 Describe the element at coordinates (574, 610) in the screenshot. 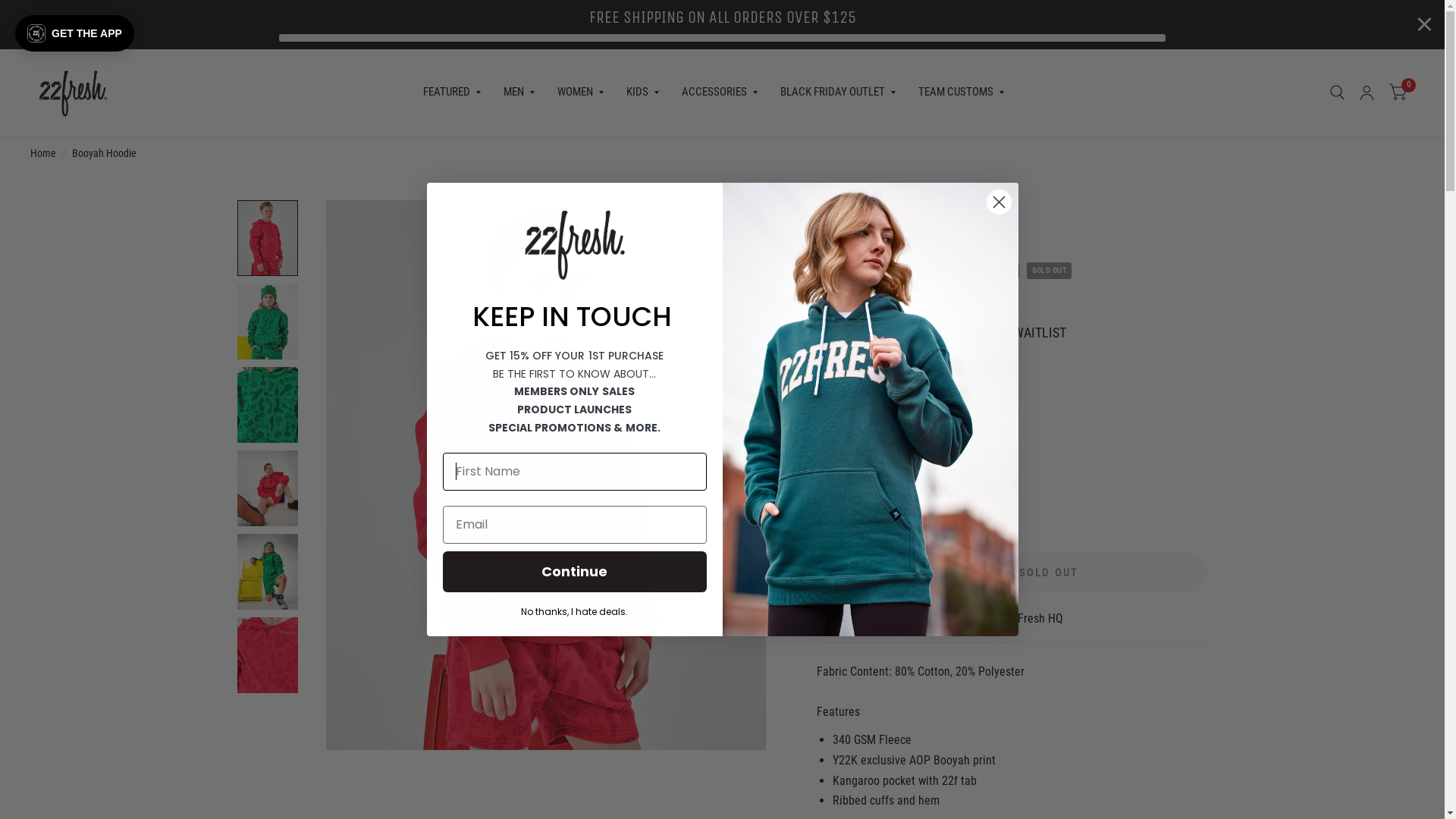

I see `'No thanks, I hate deals.'` at that location.